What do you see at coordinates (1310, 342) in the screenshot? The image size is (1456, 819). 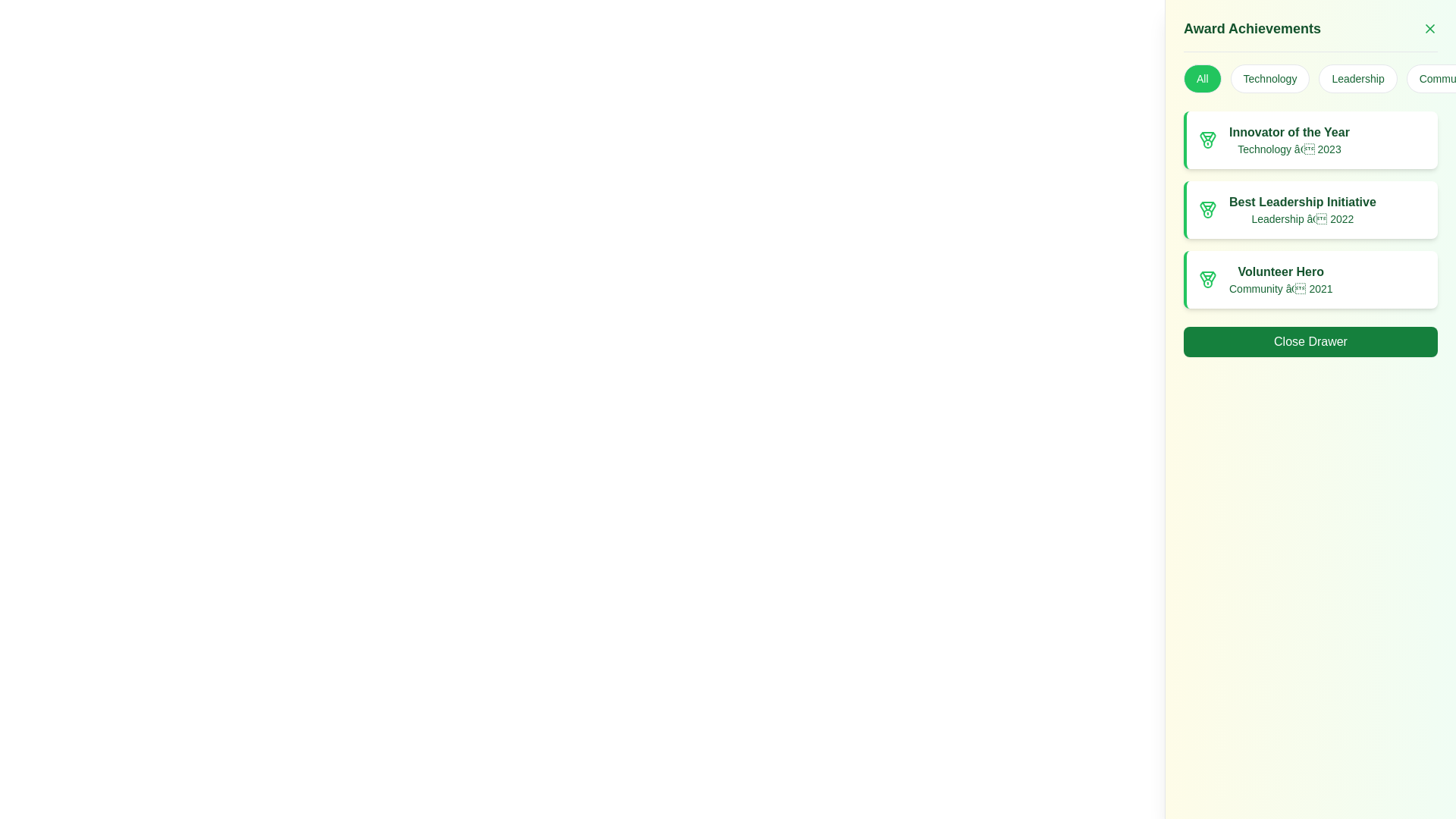 I see `the 'Close Drawer' button, which has a green background and white text, located at the bottom of the right-side panel to change its color` at bounding box center [1310, 342].